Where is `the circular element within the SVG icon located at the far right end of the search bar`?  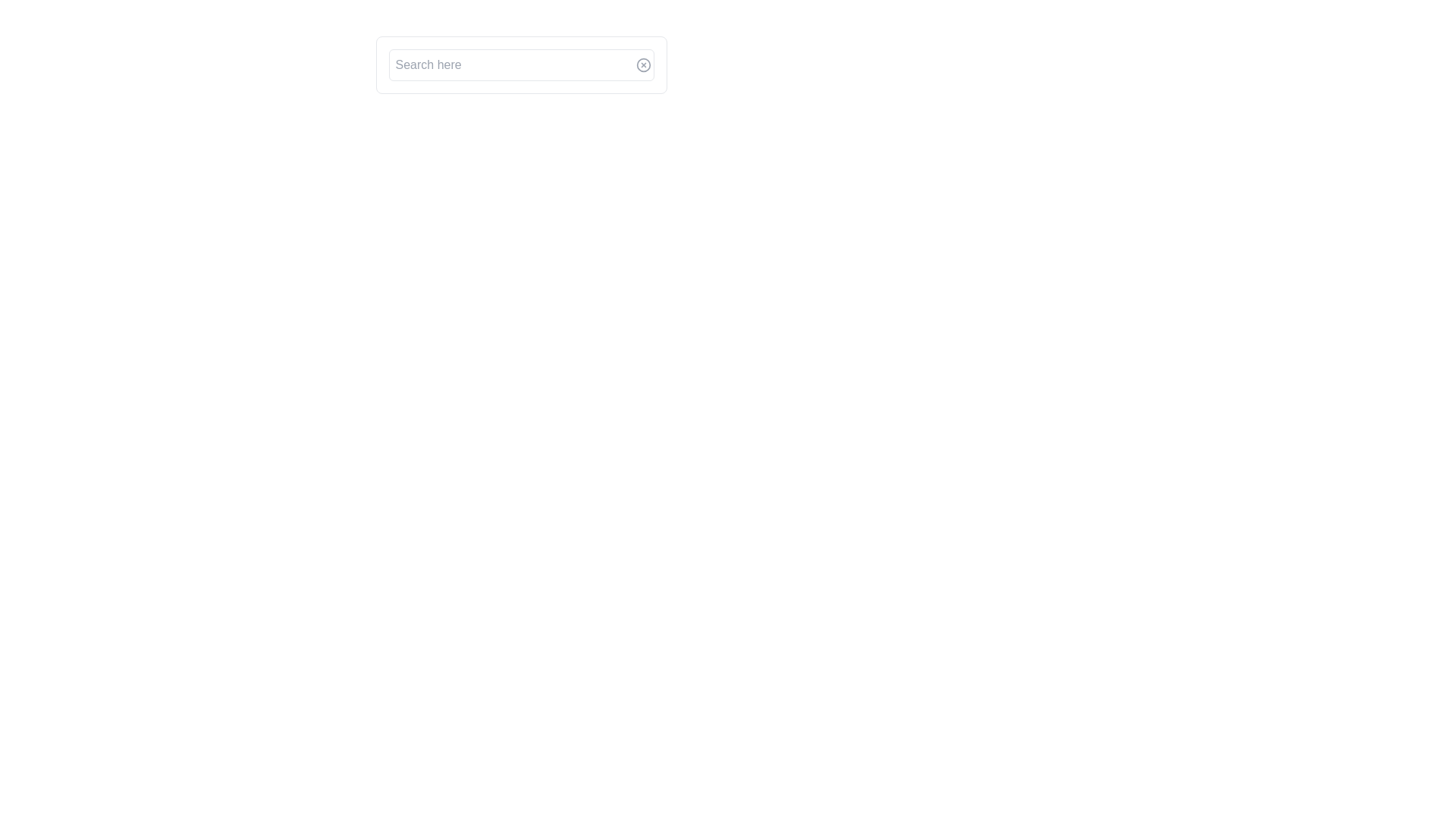 the circular element within the SVG icon located at the far right end of the search bar is located at coordinates (643, 64).